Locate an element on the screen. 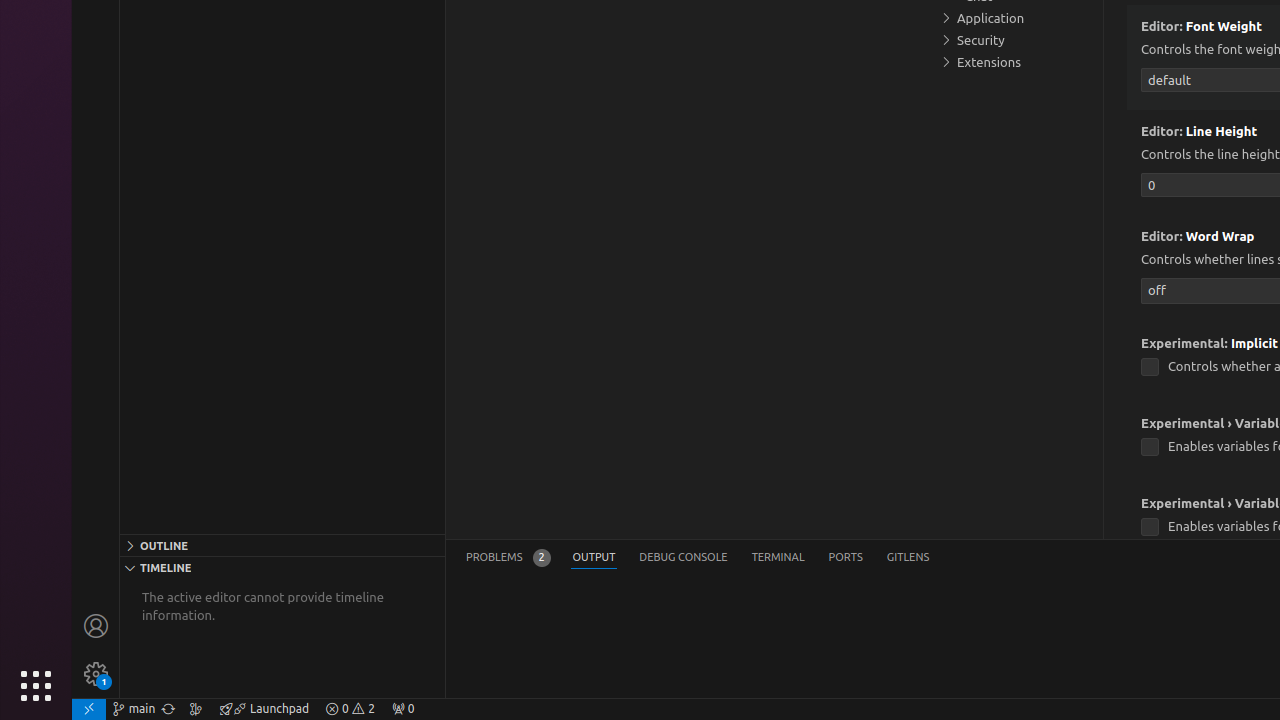 The height and width of the screenshot is (720, 1280). 'Application, group' is located at coordinates (1015, 18).